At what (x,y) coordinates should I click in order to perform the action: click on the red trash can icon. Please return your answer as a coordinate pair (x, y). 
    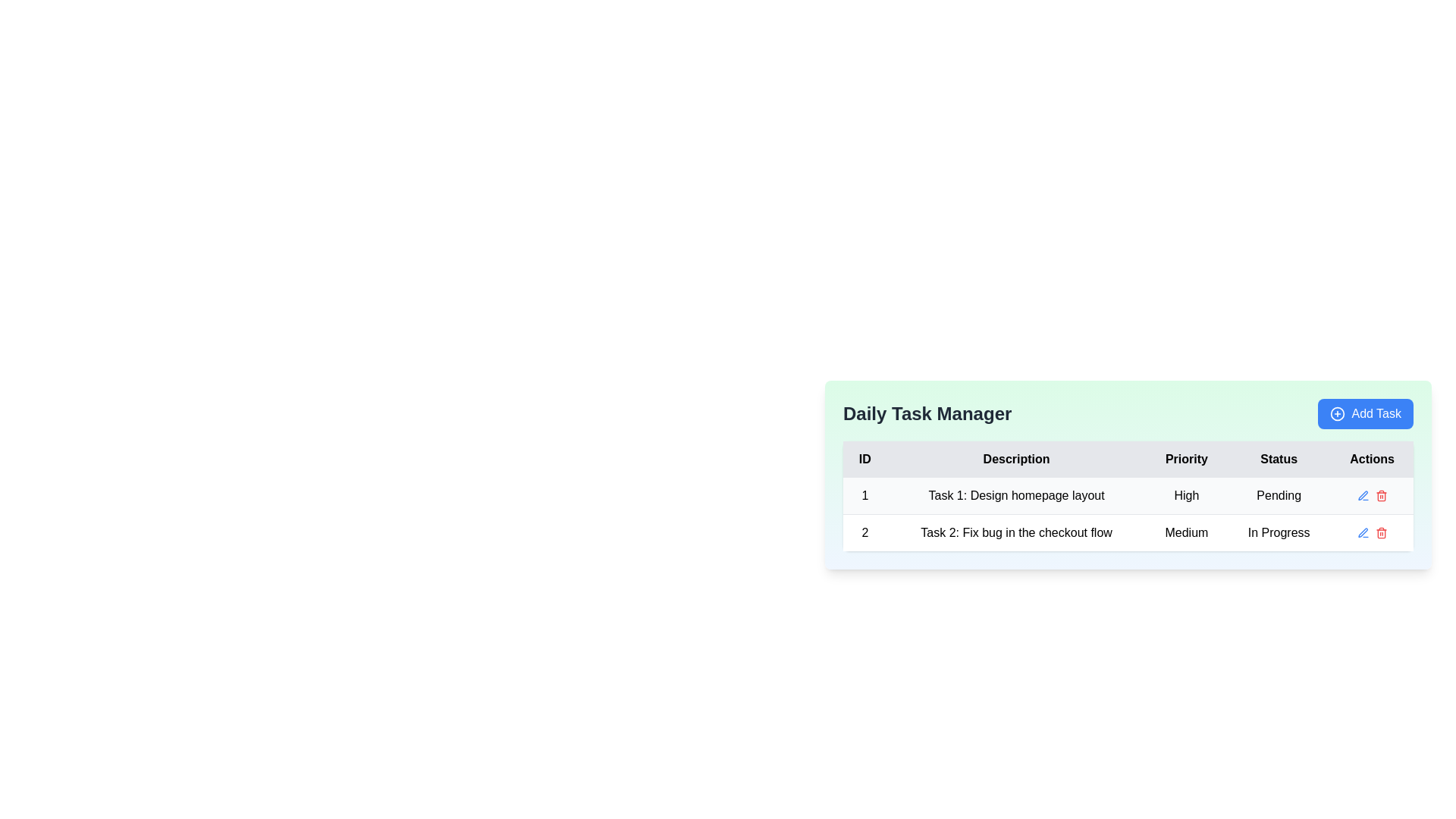
    Looking at the image, I should click on (1381, 496).